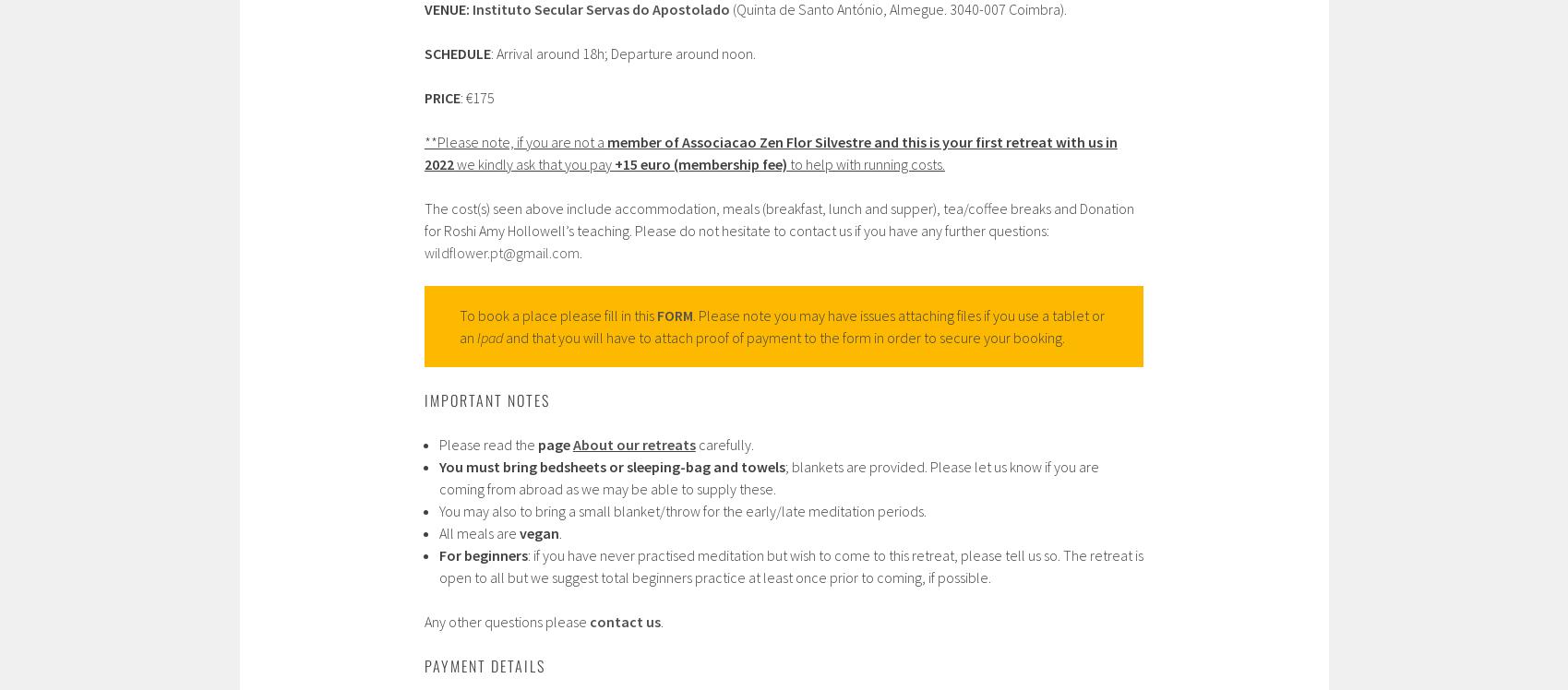  I want to click on 'All meals are', so click(437, 532).